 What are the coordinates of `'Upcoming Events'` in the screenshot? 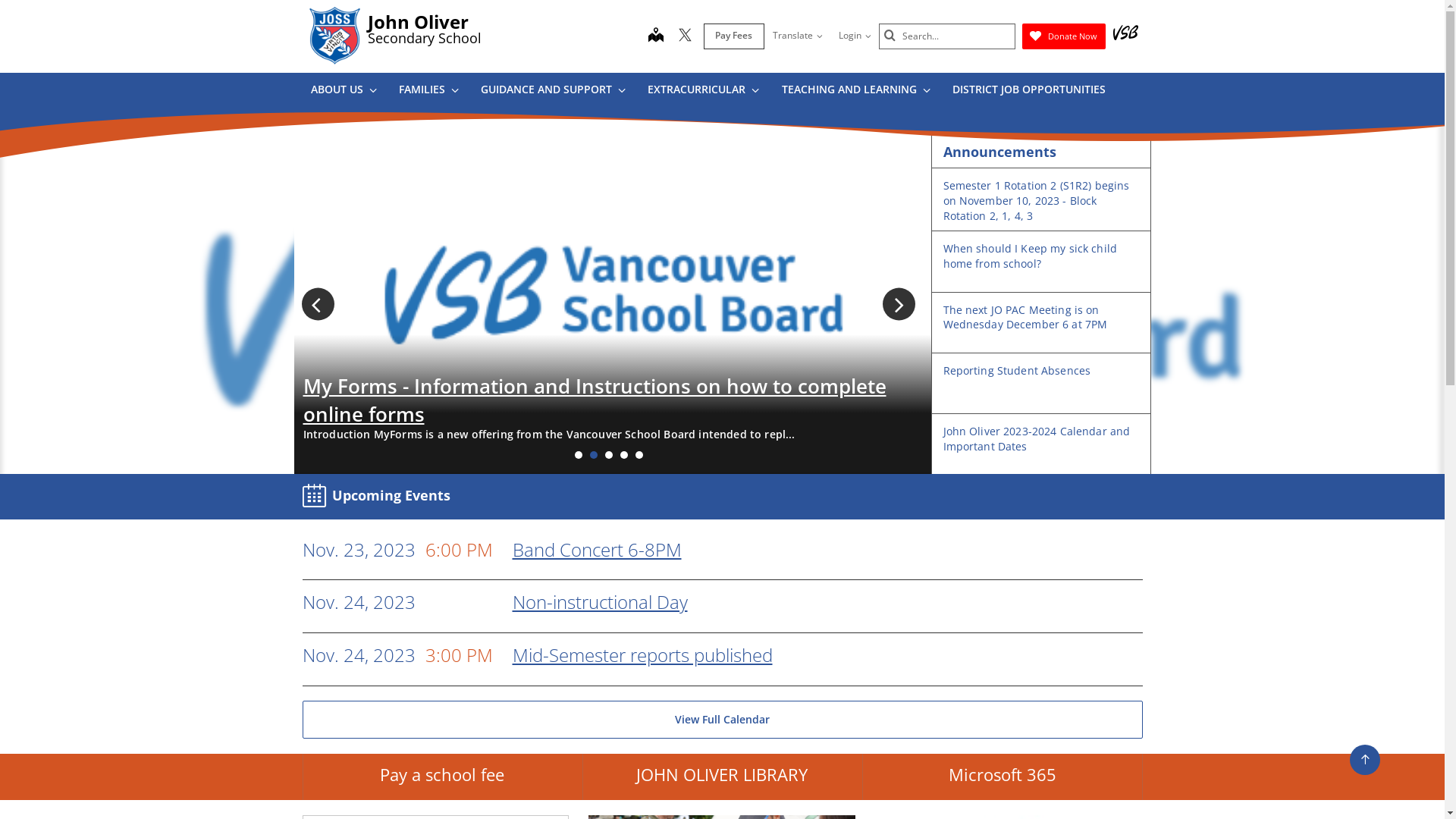 It's located at (379, 496).